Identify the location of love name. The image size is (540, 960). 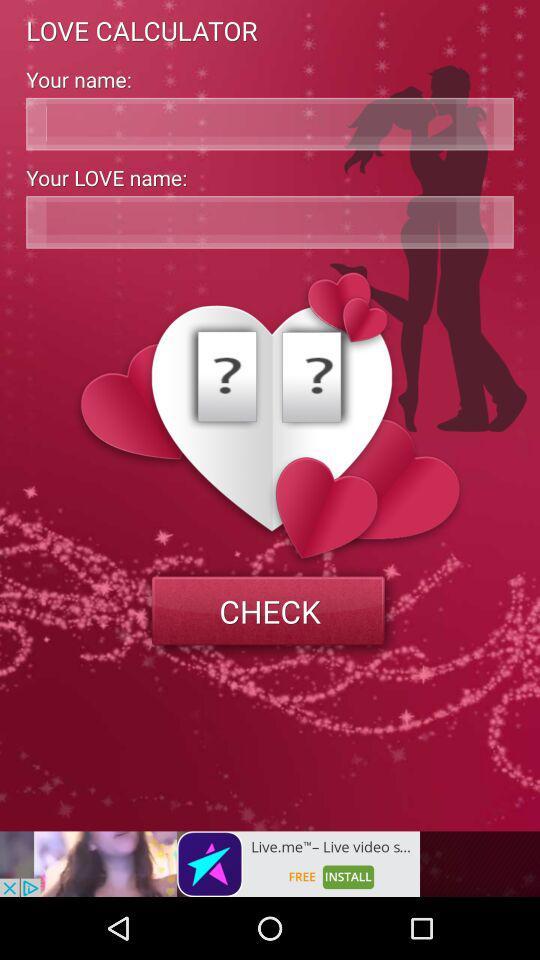
(270, 222).